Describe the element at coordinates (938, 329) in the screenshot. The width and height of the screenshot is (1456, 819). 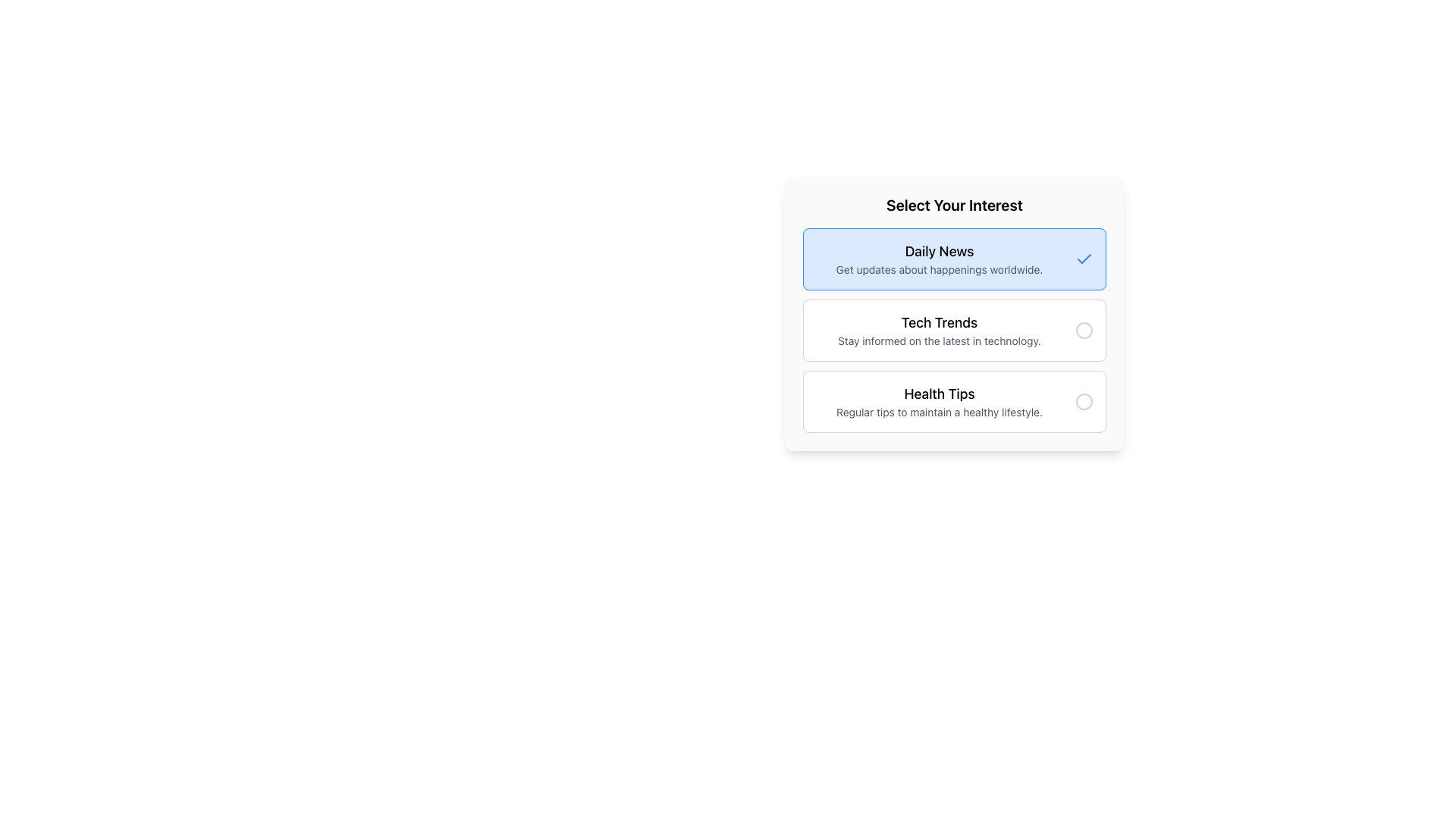
I see `the second entry in the vertical list of options, which serves as a text block providing a title and description for a selectable category, located between 'Daily News' and 'Health Tips'` at that location.